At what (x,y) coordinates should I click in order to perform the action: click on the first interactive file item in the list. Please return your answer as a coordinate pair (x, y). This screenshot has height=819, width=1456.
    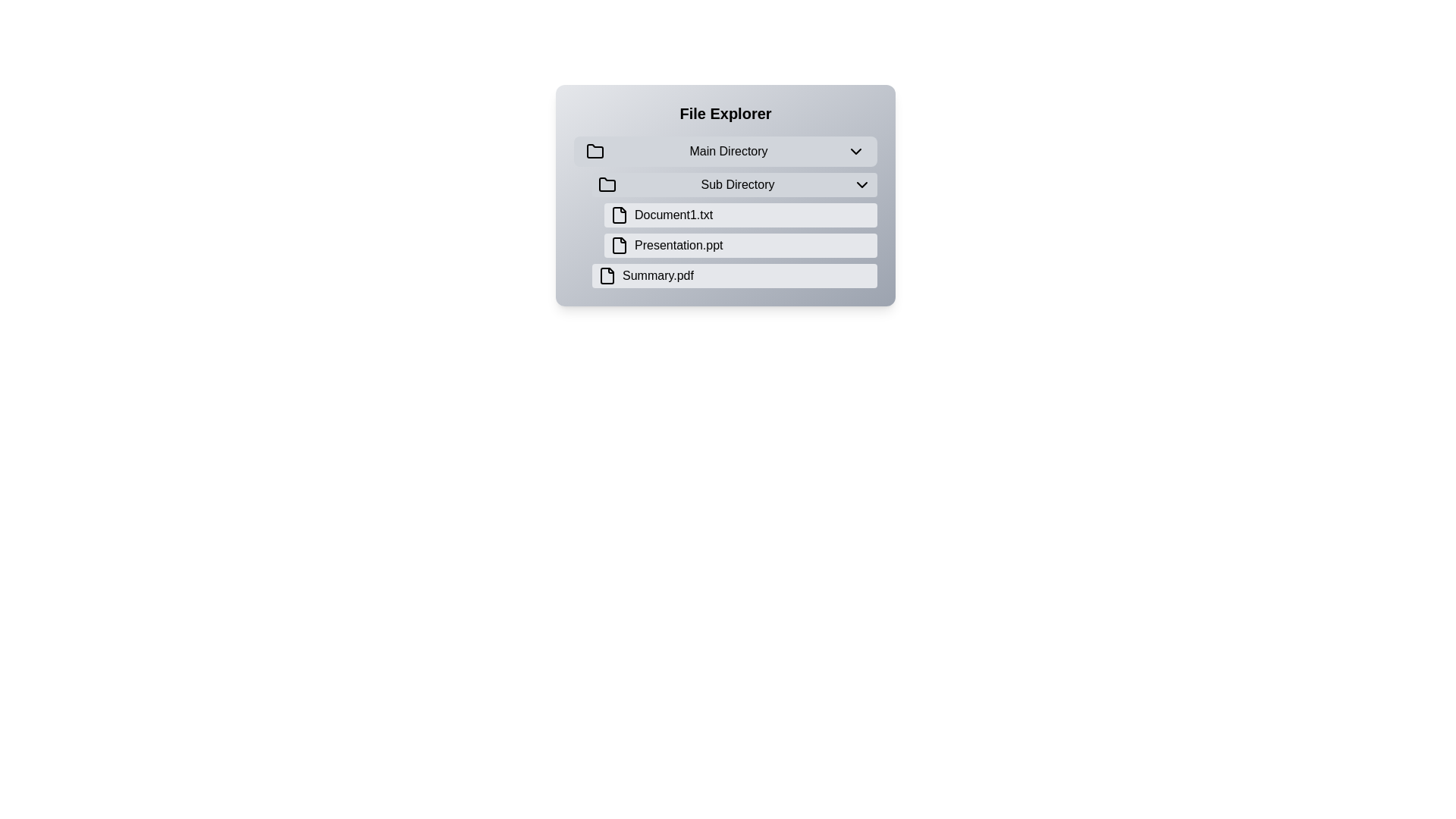
    Looking at the image, I should click on (741, 215).